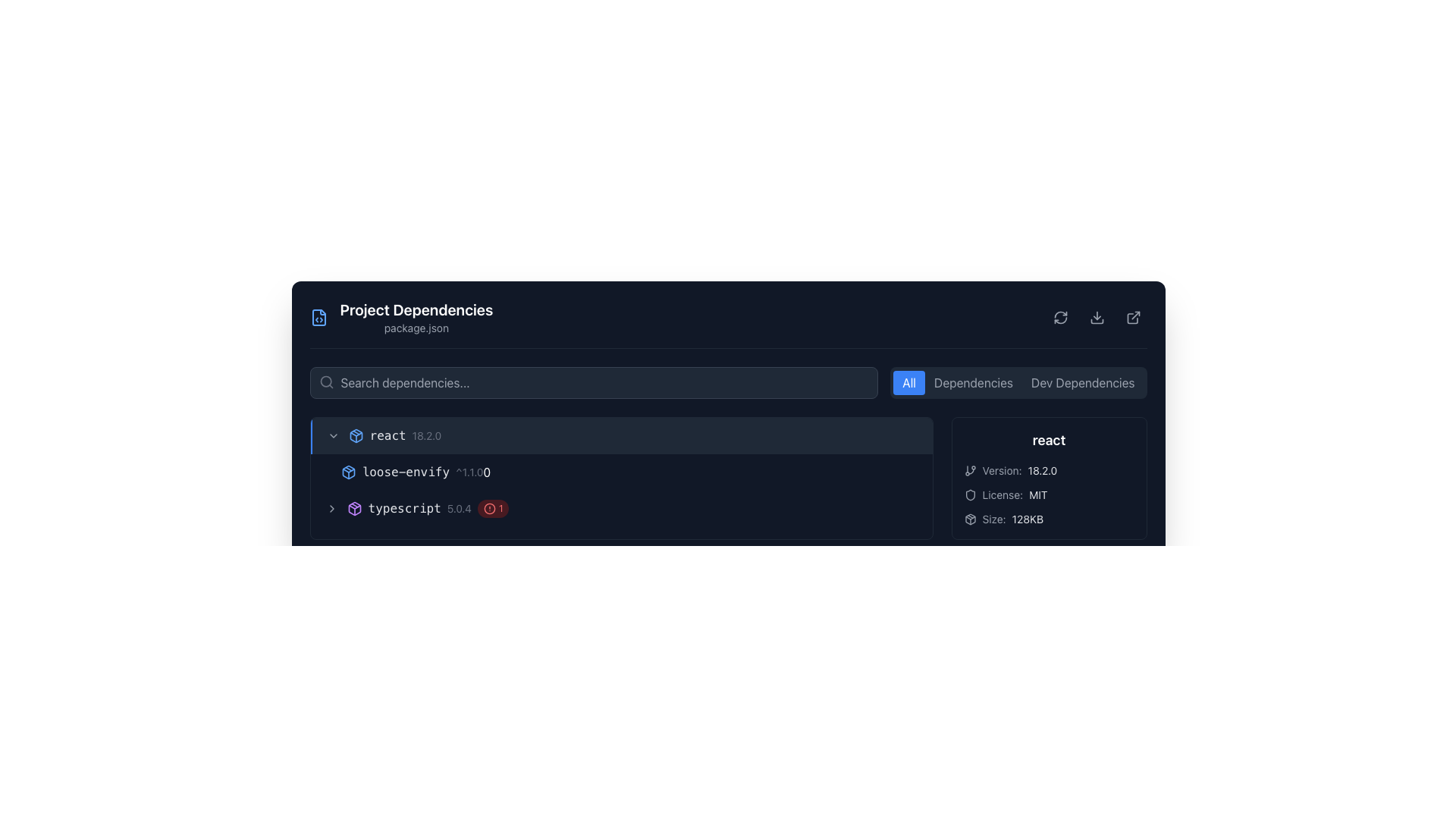 This screenshot has width=1456, height=819. Describe the element at coordinates (1059, 314) in the screenshot. I see `the curved line forming part of the refresh icon, which is styled with a thin stroke and no fill color, located in the top-right corner of the interface` at that location.